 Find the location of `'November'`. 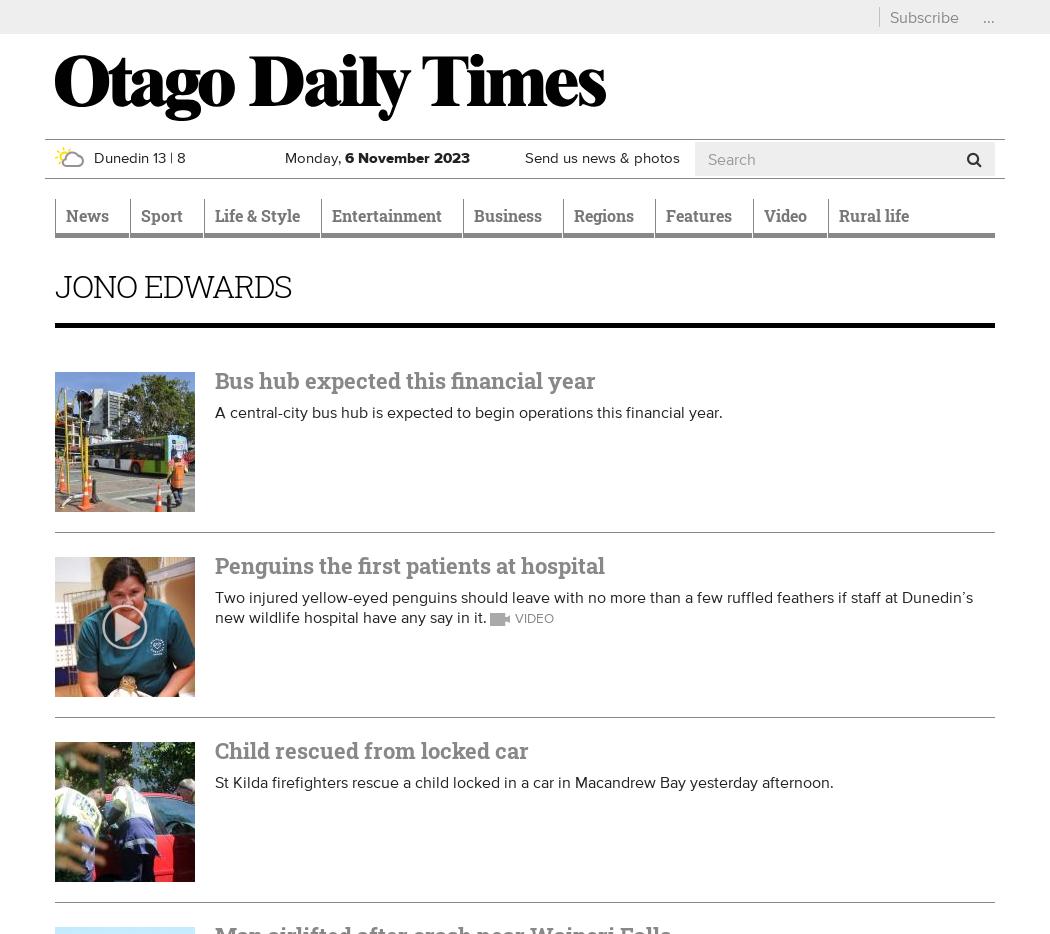

'November' is located at coordinates (393, 158).